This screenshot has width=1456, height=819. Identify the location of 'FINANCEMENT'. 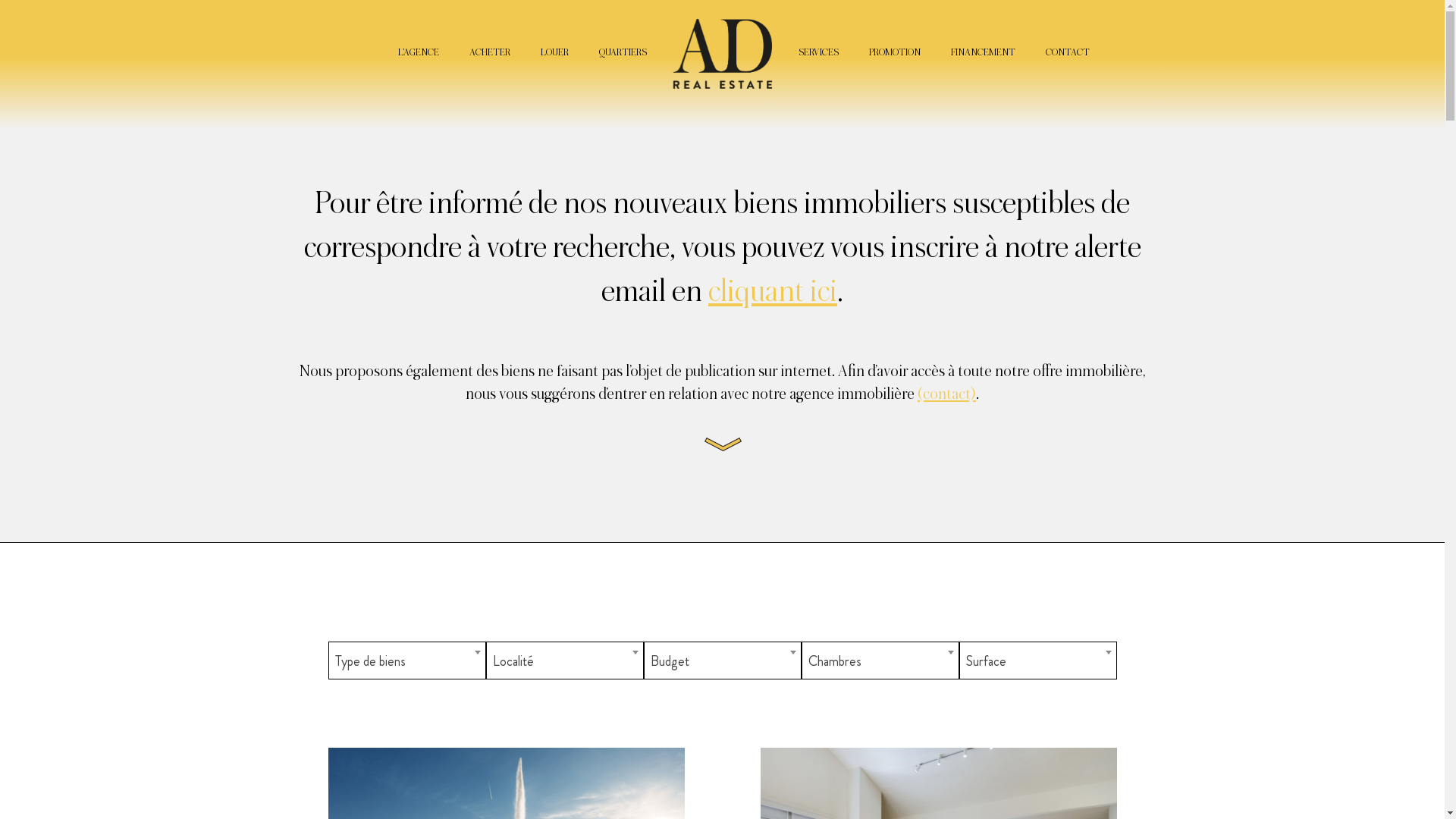
(983, 52).